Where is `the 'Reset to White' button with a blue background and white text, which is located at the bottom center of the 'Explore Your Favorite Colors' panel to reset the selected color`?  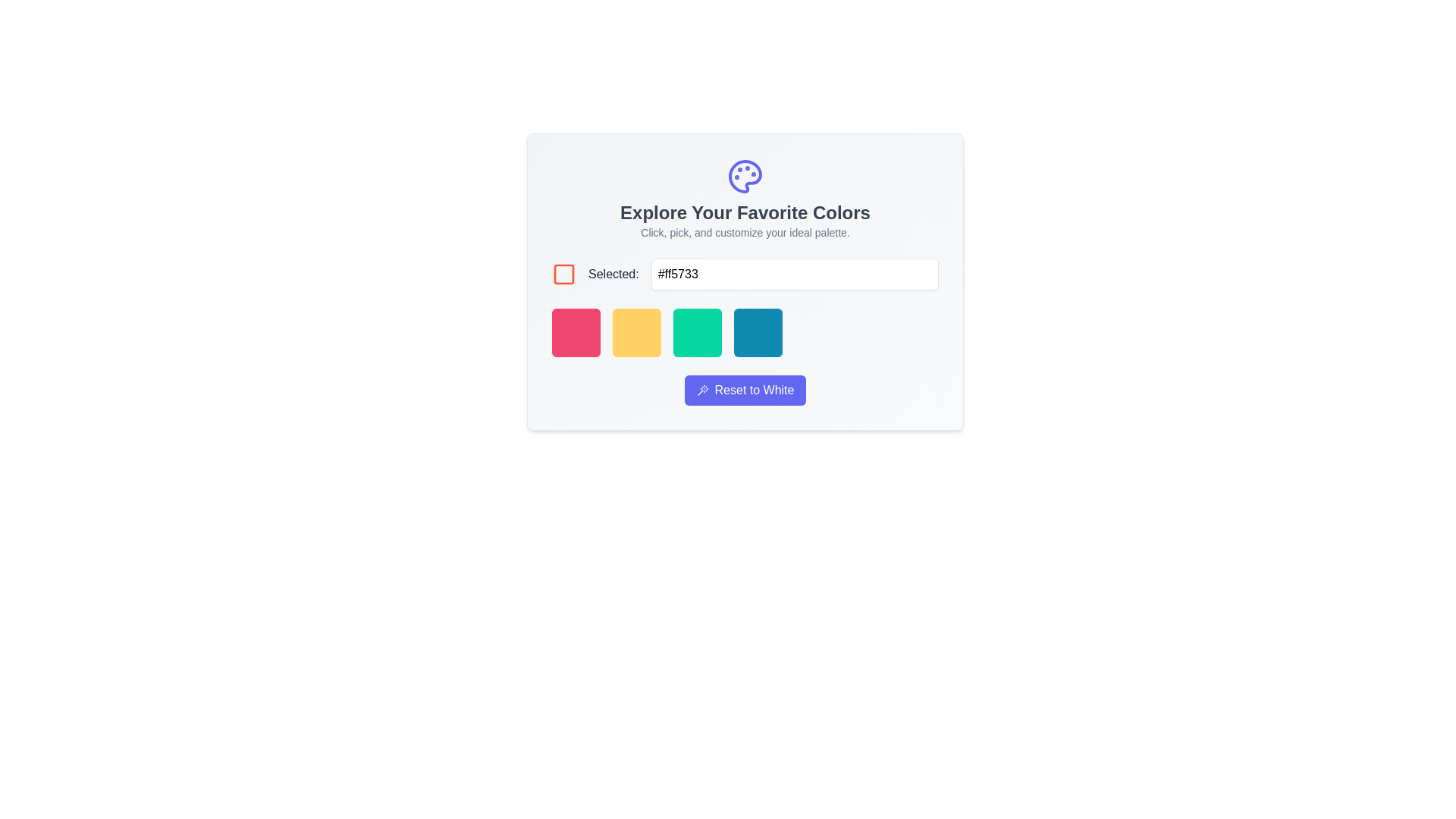
the 'Reset to White' button with a blue background and white text, which is located at the bottom center of the 'Explore Your Favorite Colors' panel to reset the selected color is located at coordinates (745, 390).